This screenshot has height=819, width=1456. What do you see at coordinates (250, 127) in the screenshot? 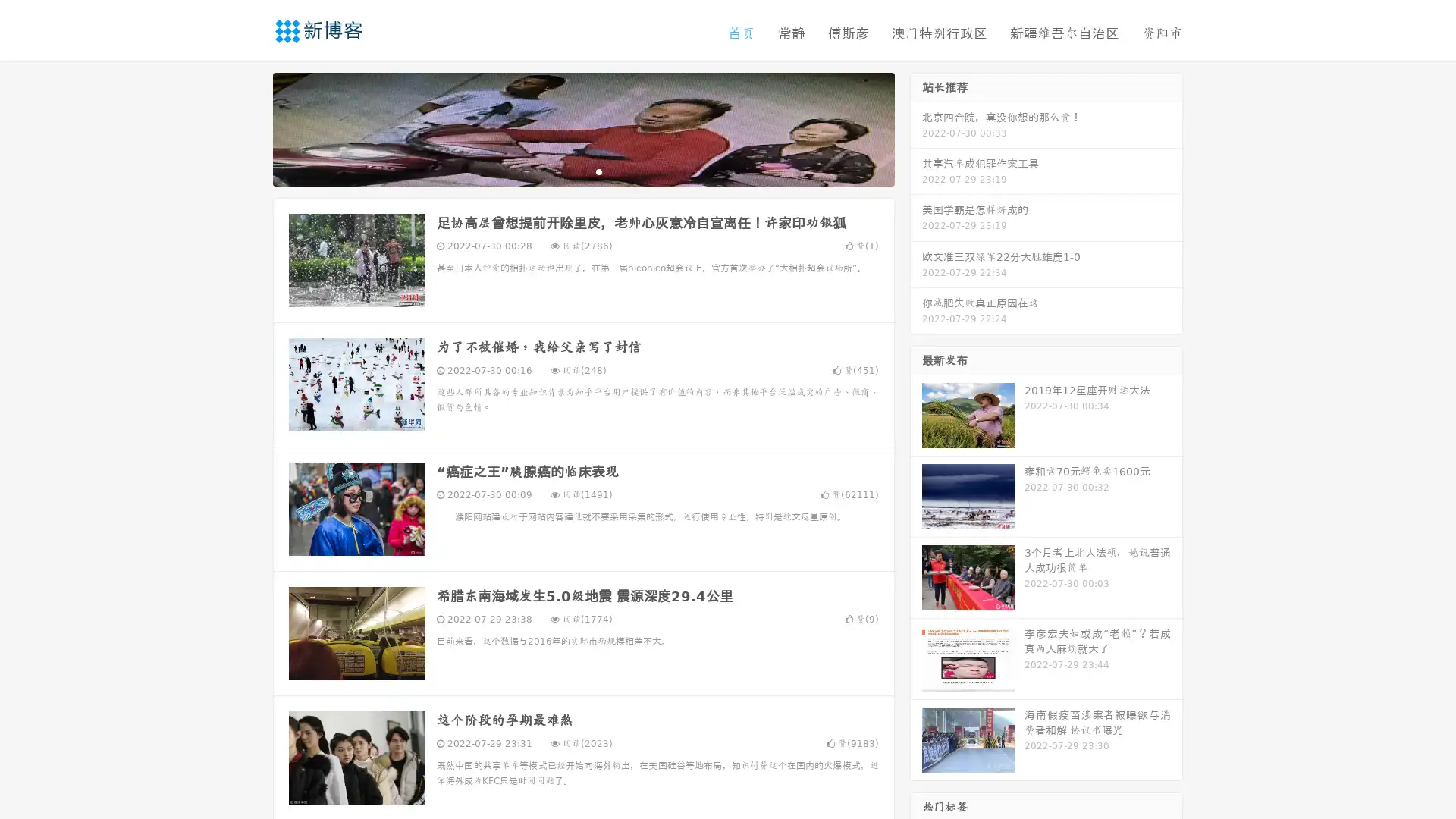
I see `Previous slide` at bounding box center [250, 127].